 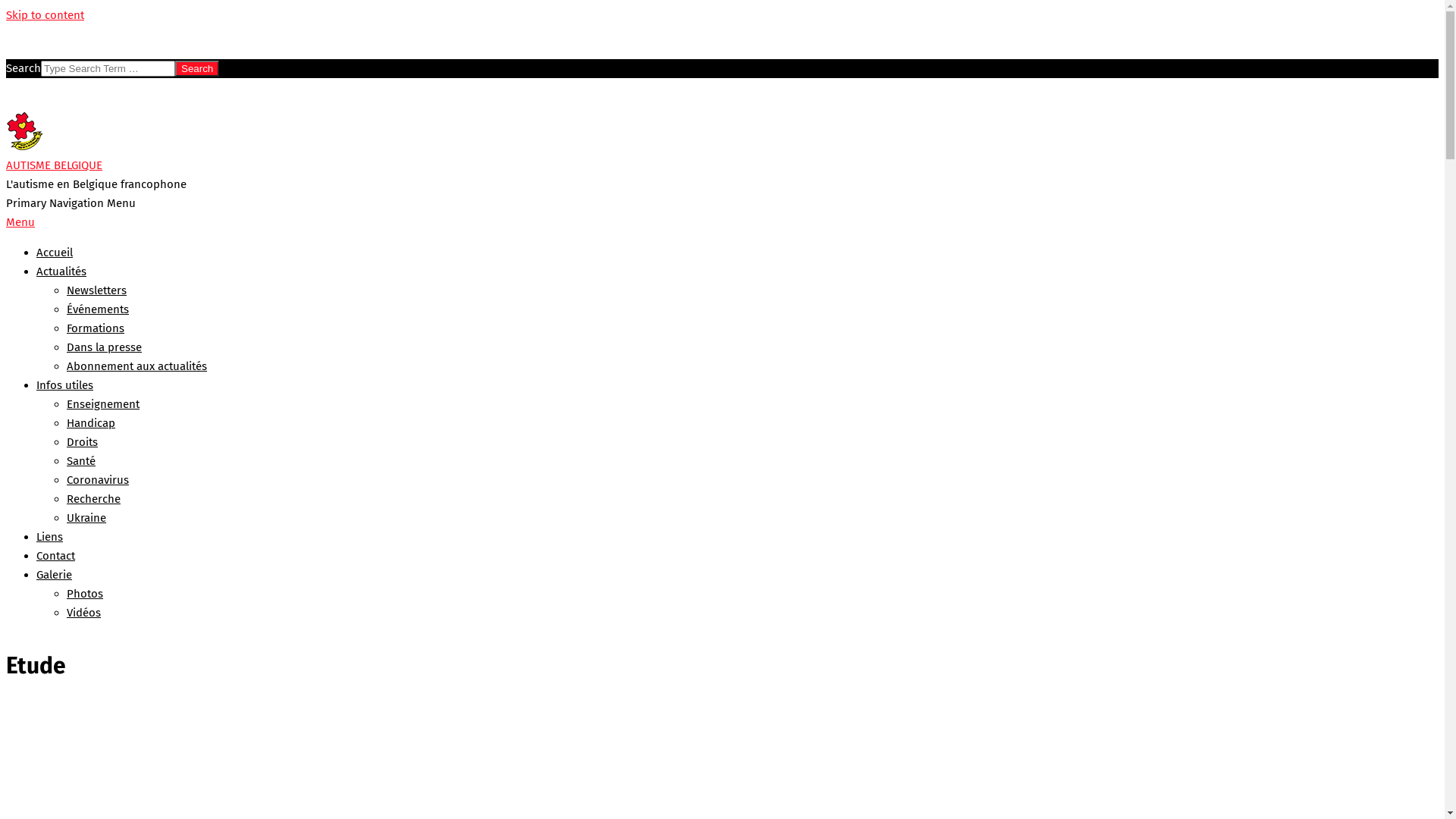 What do you see at coordinates (86, 516) in the screenshot?
I see `'Ukraine'` at bounding box center [86, 516].